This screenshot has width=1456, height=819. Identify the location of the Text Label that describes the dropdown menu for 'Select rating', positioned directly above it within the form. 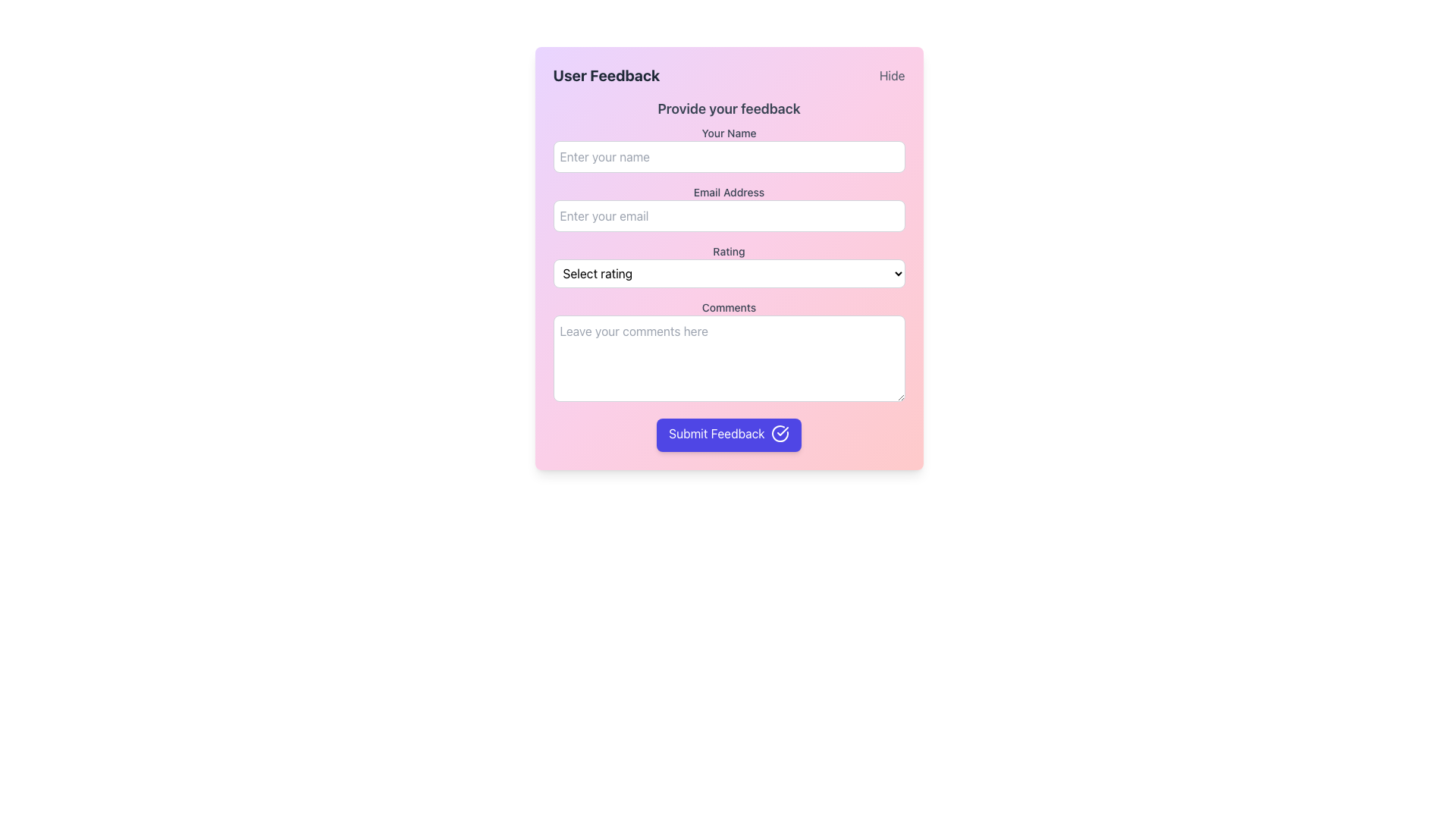
(729, 250).